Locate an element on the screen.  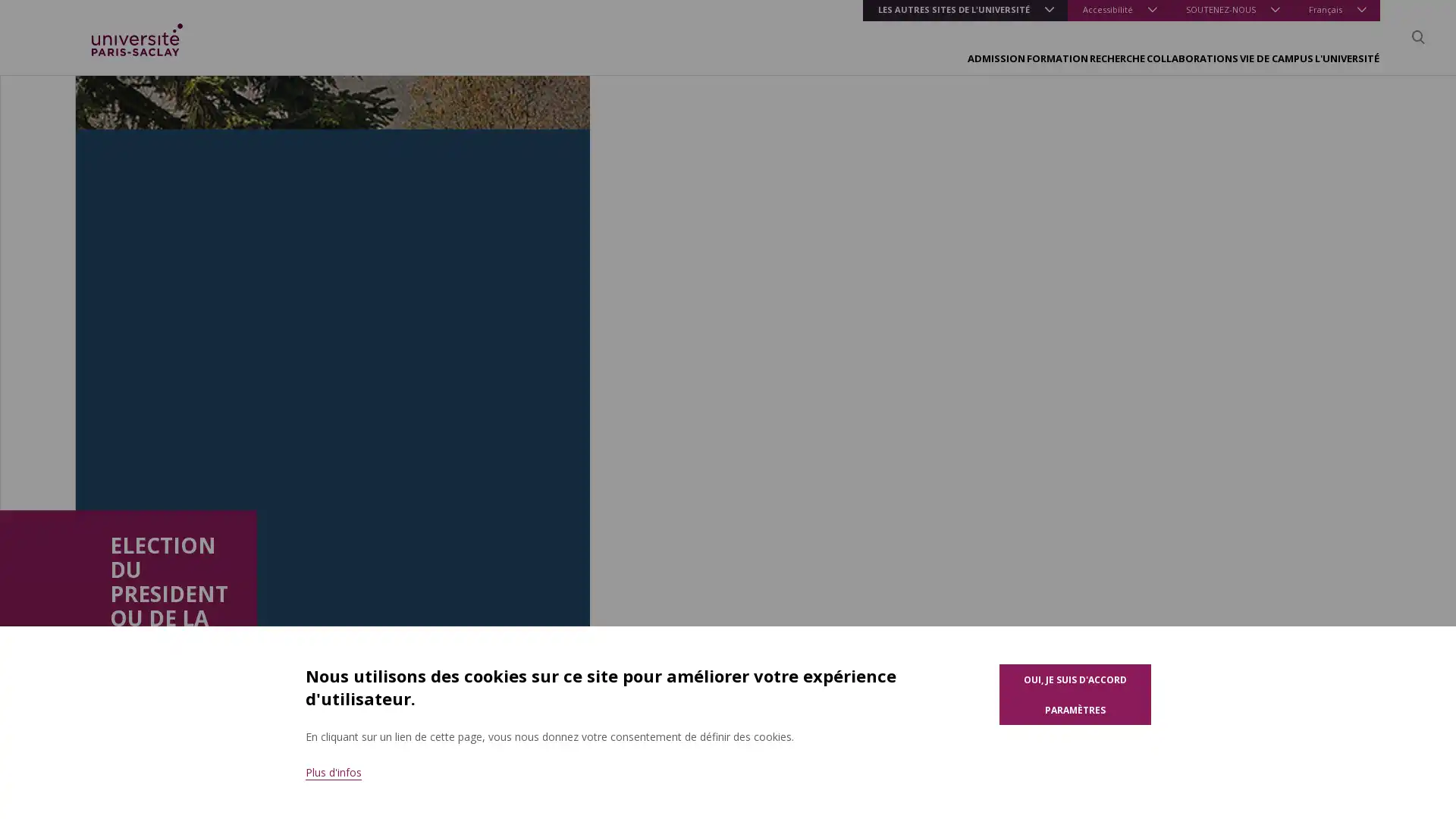
VIE DE CAMPUS is located at coordinates (1210, 52).